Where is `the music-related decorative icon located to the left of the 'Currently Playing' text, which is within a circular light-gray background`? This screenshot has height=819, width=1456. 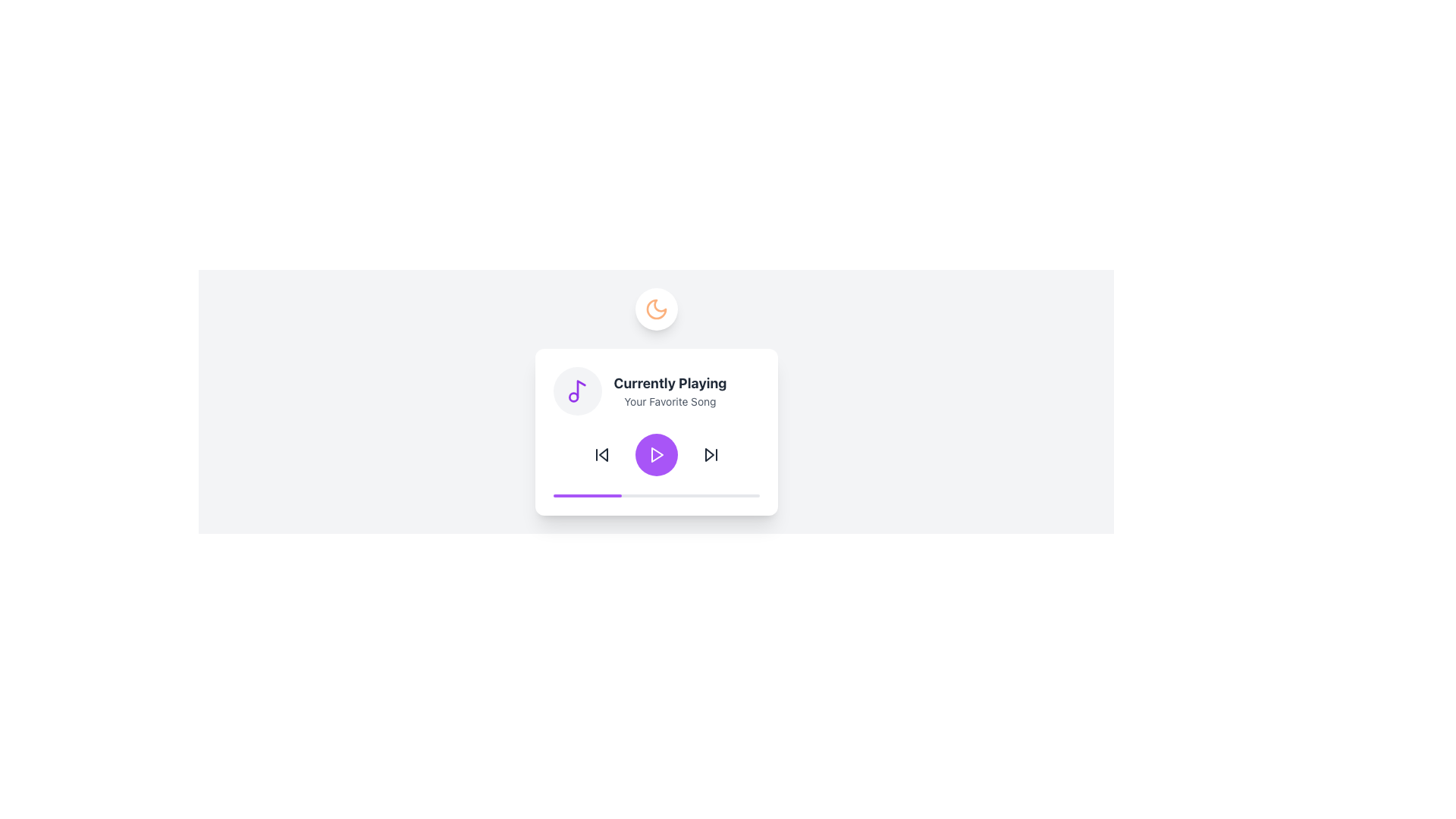
the music-related decorative icon located to the left of the 'Currently Playing' text, which is within a circular light-gray background is located at coordinates (576, 391).